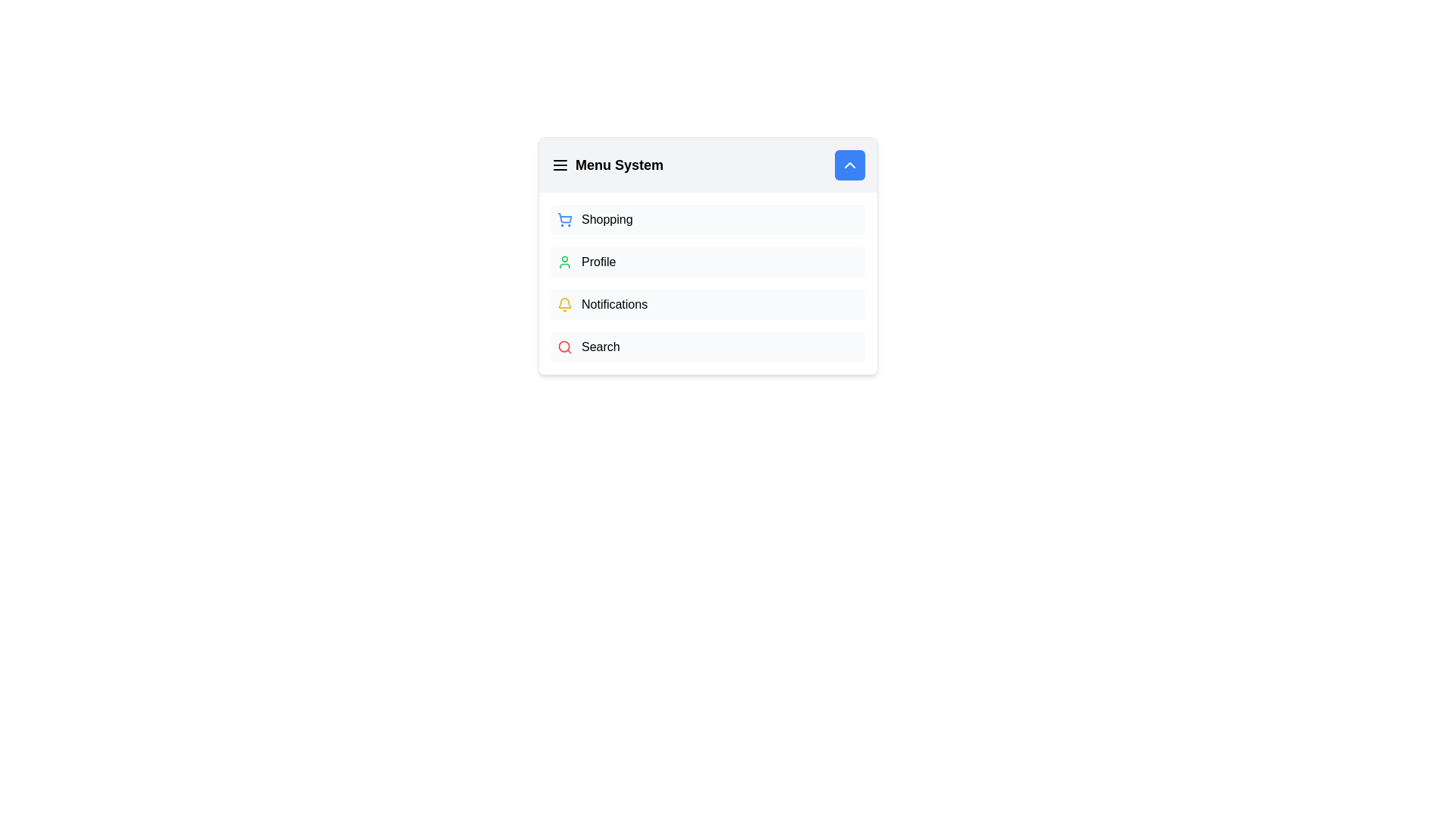 The width and height of the screenshot is (1456, 819). Describe the element at coordinates (708, 219) in the screenshot. I see `the first menu item in the sidebar that navigates to the 'Shopping' page, positioned above 'Profile', 'Notifications', and 'Search'` at that location.